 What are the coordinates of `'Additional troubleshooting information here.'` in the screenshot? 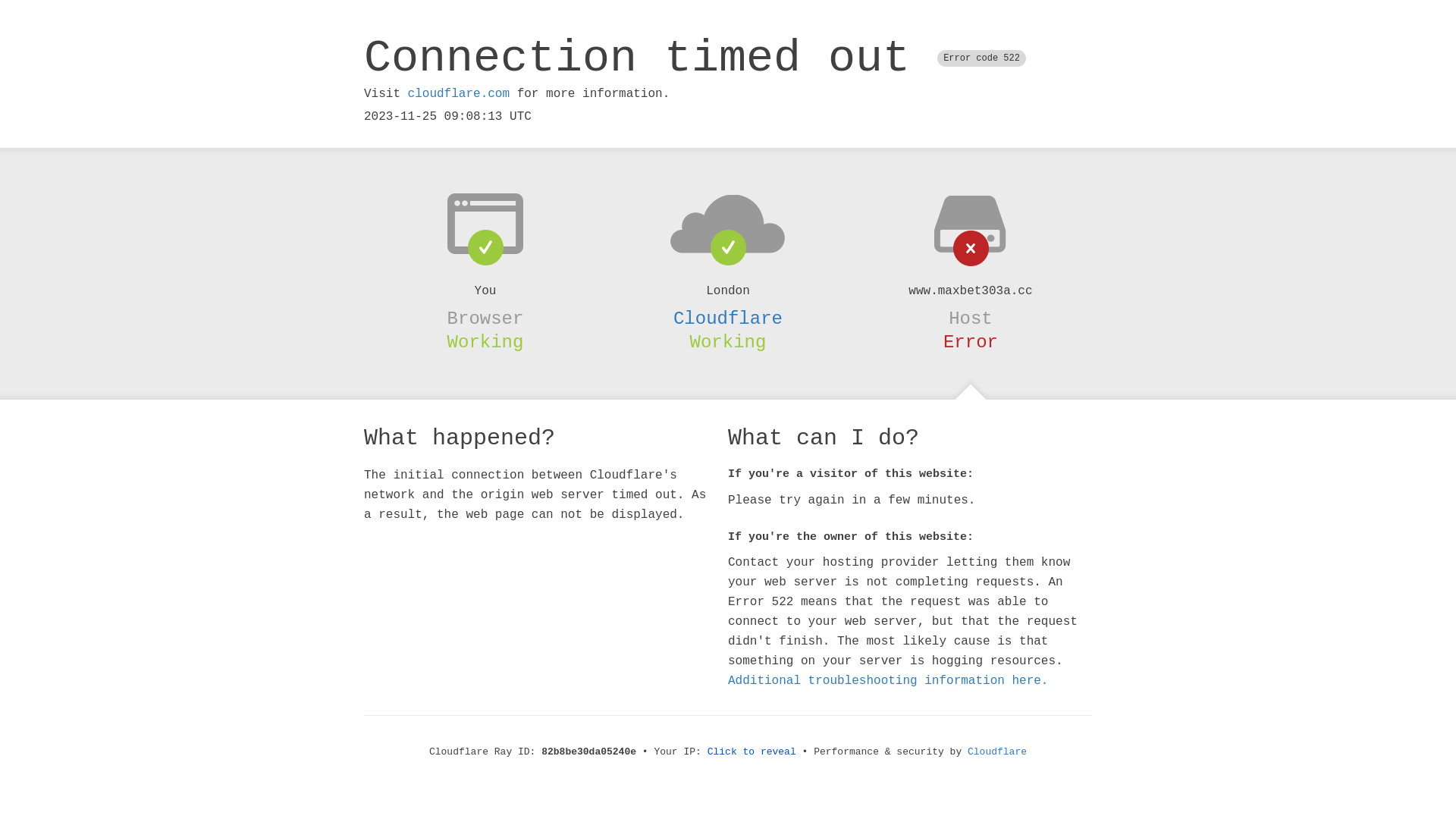 It's located at (888, 680).